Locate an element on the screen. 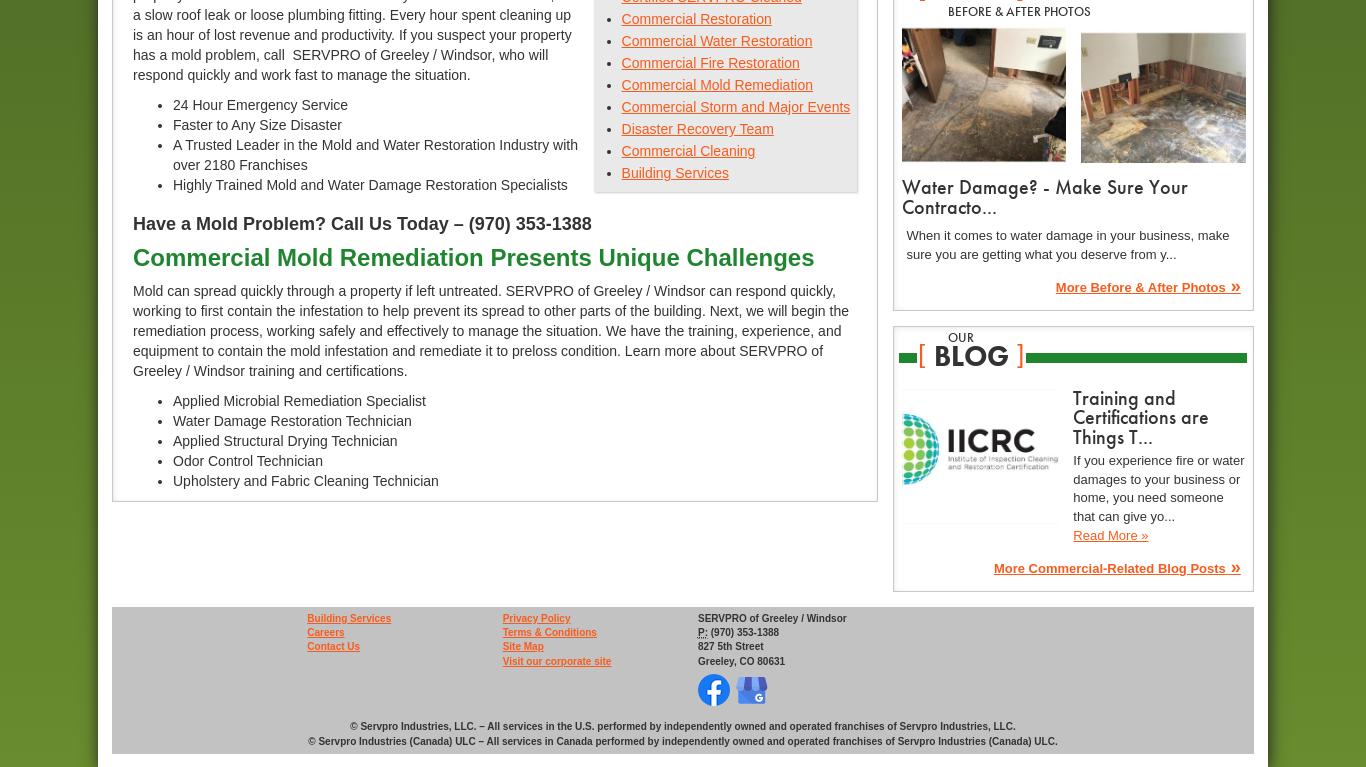 This screenshot has width=1366, height=767. 'Water Damage Restoration Technician' is located at coordinates (292, 420).